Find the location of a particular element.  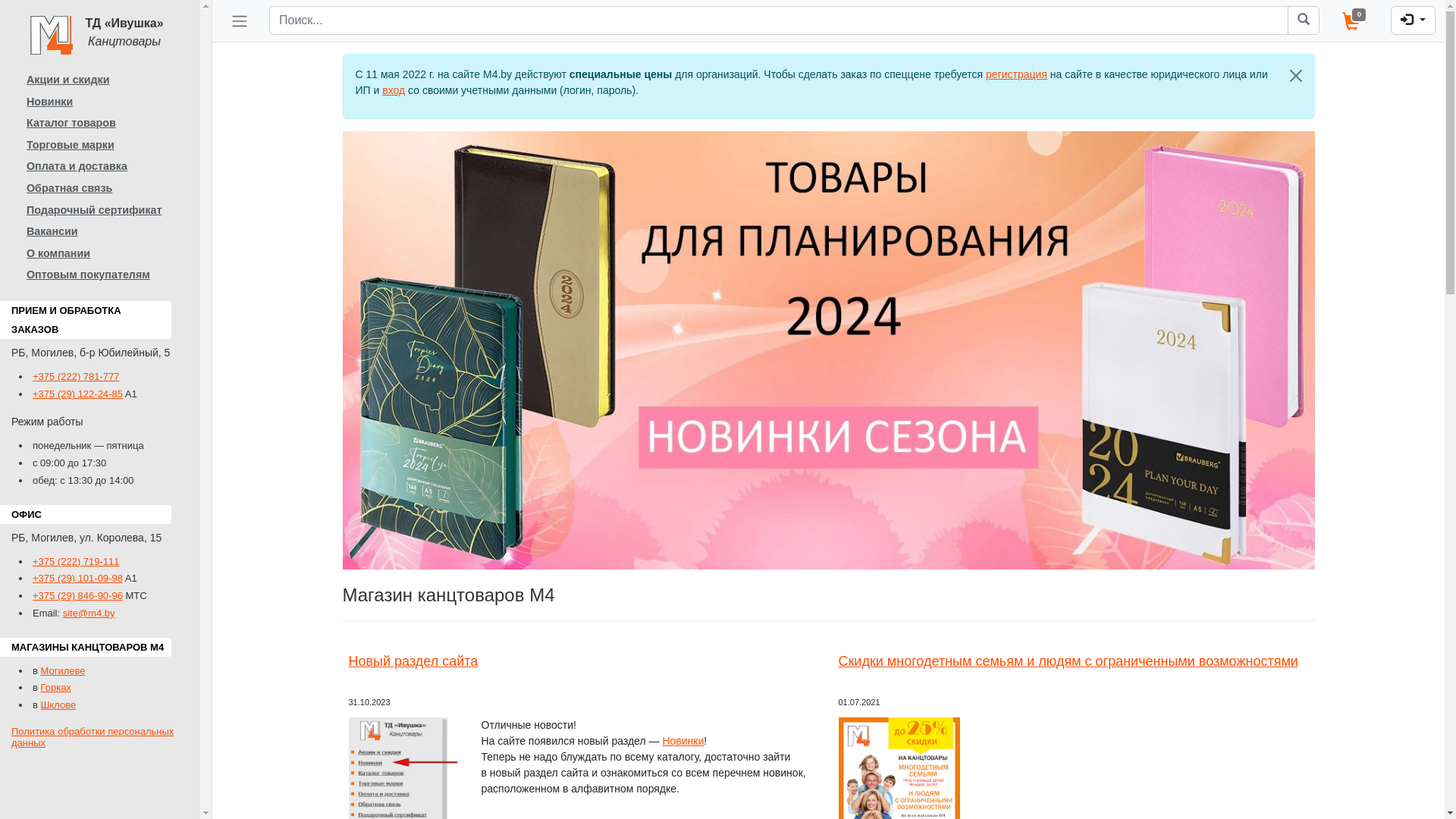

'+375 (29) 122-24-85' is located at coordinates (77, 393).